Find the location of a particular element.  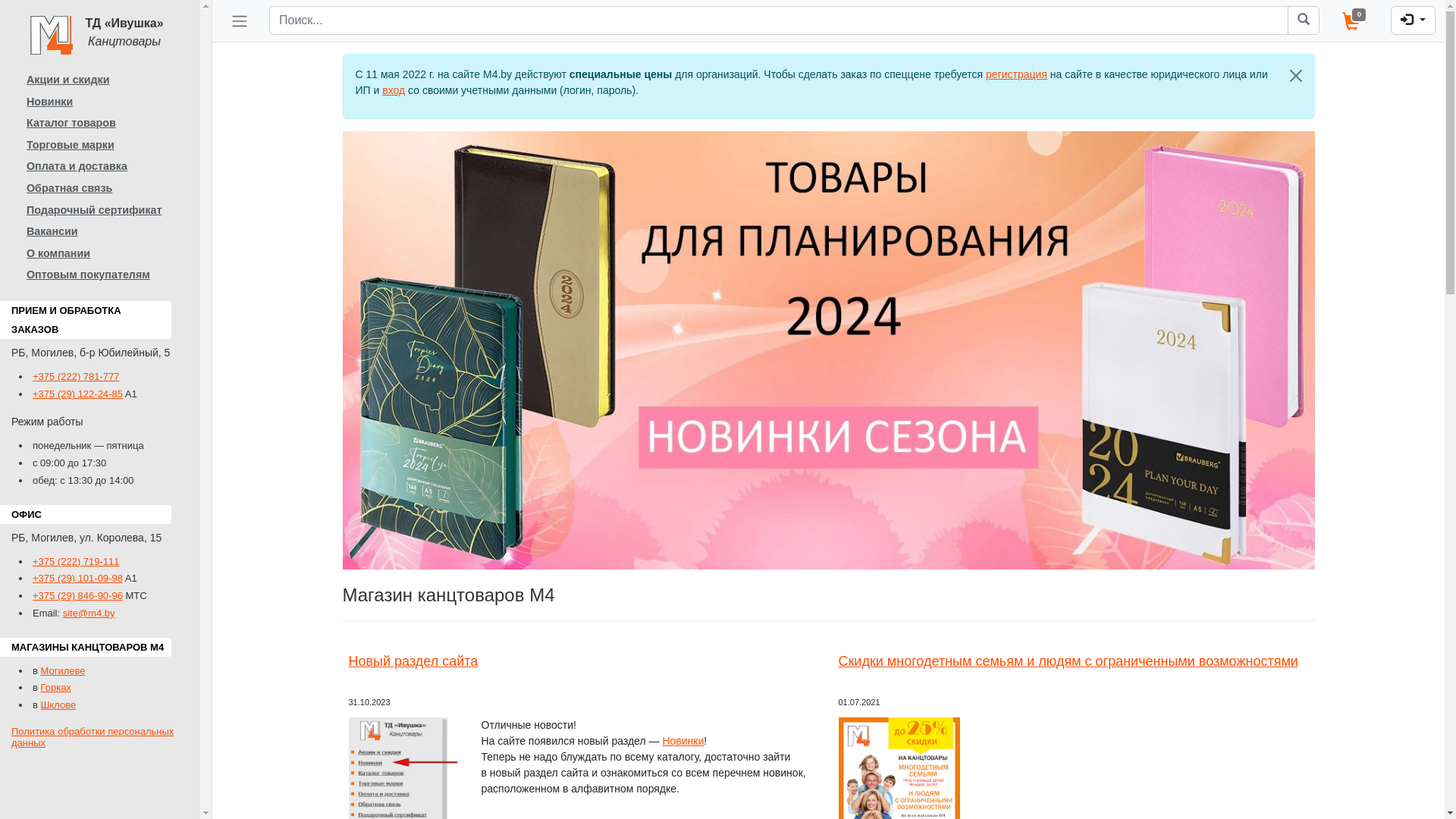

'+375 (29) 122-24-85' is located at coordinates (77, 393).